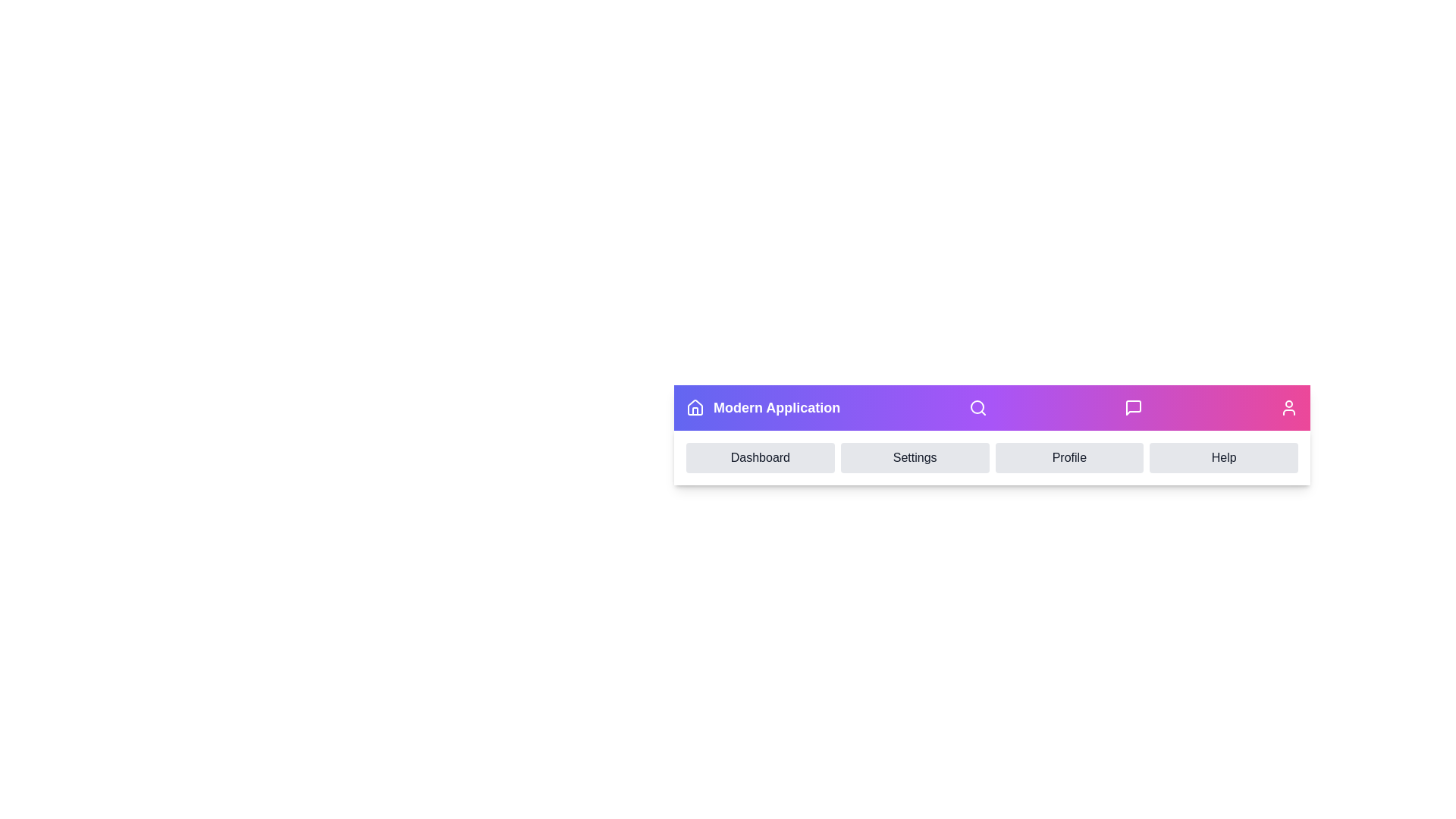 The height and width of the screenshot is (819, 1456). I want to click on the Search icon in the top navigation bar, so click(977, 406).